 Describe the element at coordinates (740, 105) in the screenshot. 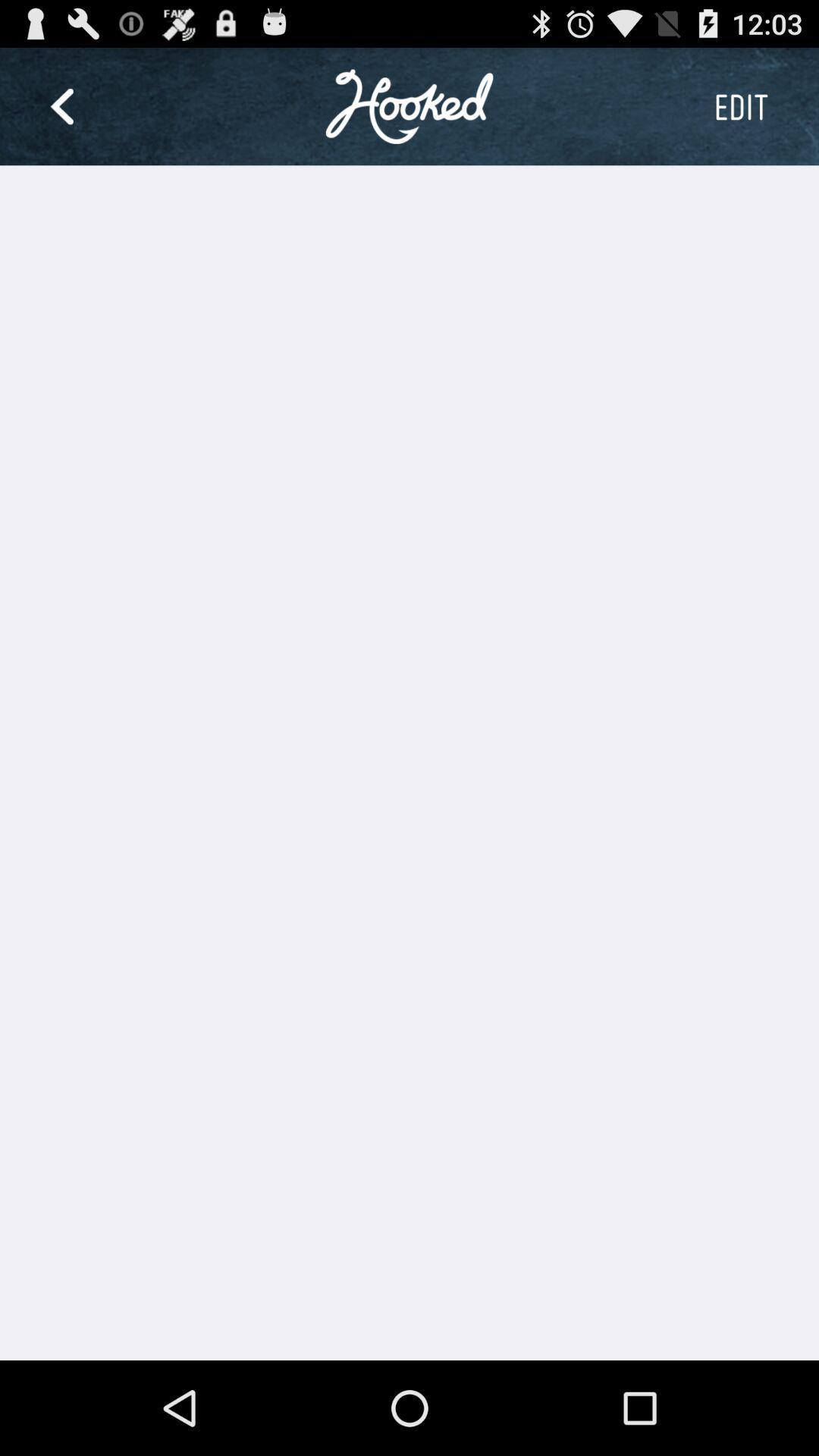

I see `the button at the top right corner` at that location.